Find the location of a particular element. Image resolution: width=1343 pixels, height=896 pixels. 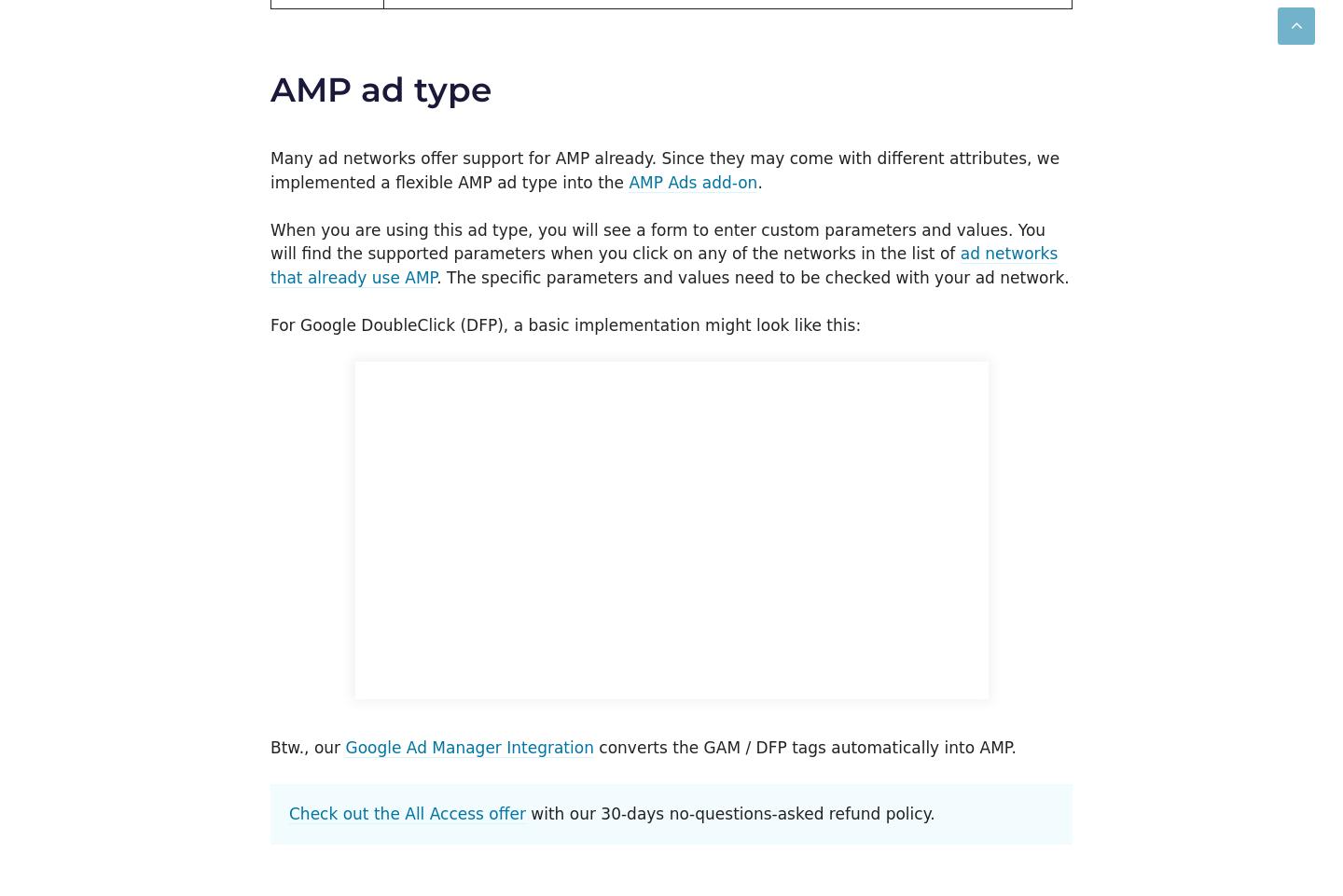

'AMP ad type' is located at coordinates (380, 90).